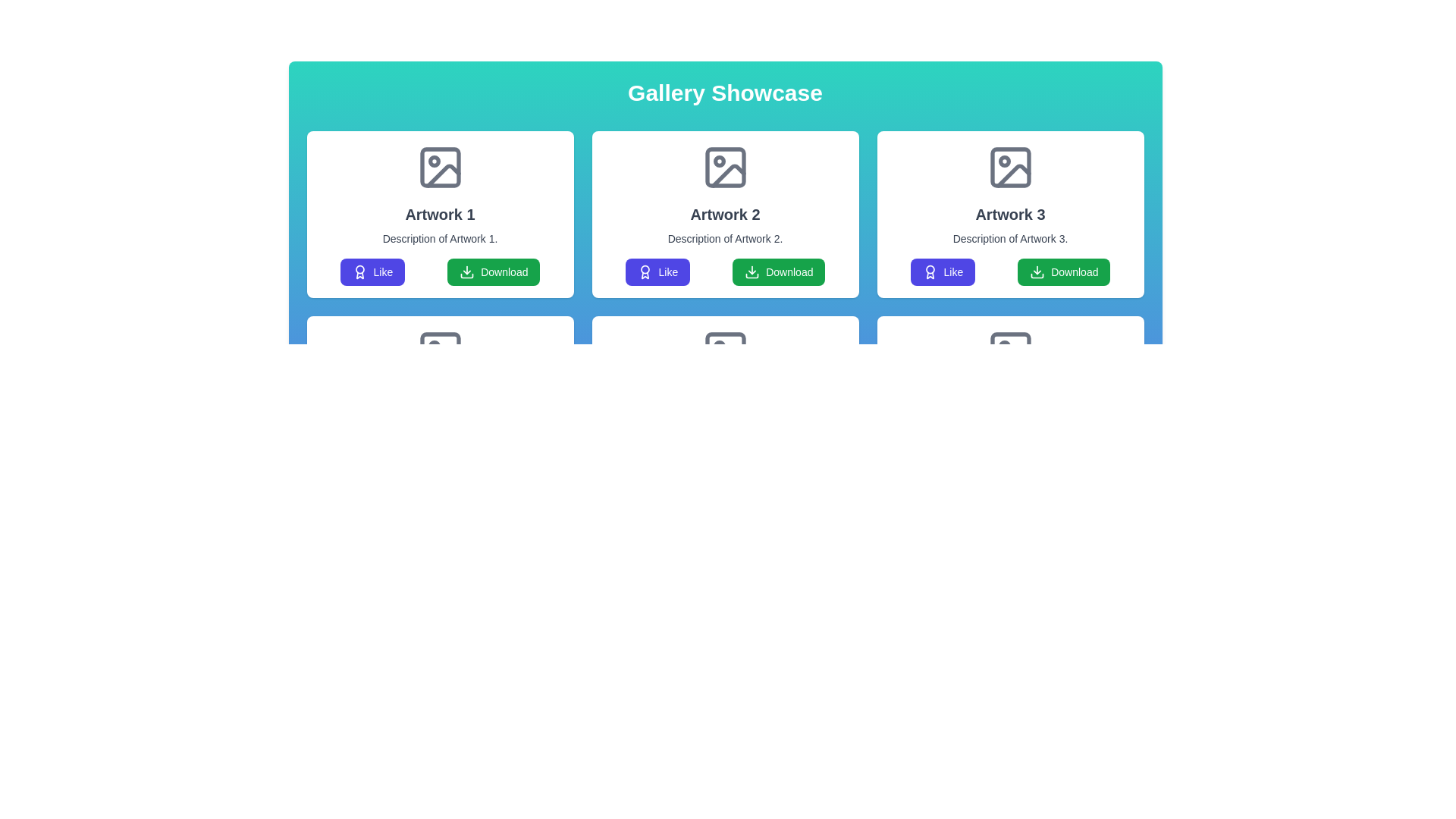  What do you see at coordinates (724, 214) in the screenshot?
I see `the bold text label 'Artwork 2', which is the second entry in a row of three identical artwork cards, positioned below an image placeholder and above the description text` at bounding box center [724, 214].